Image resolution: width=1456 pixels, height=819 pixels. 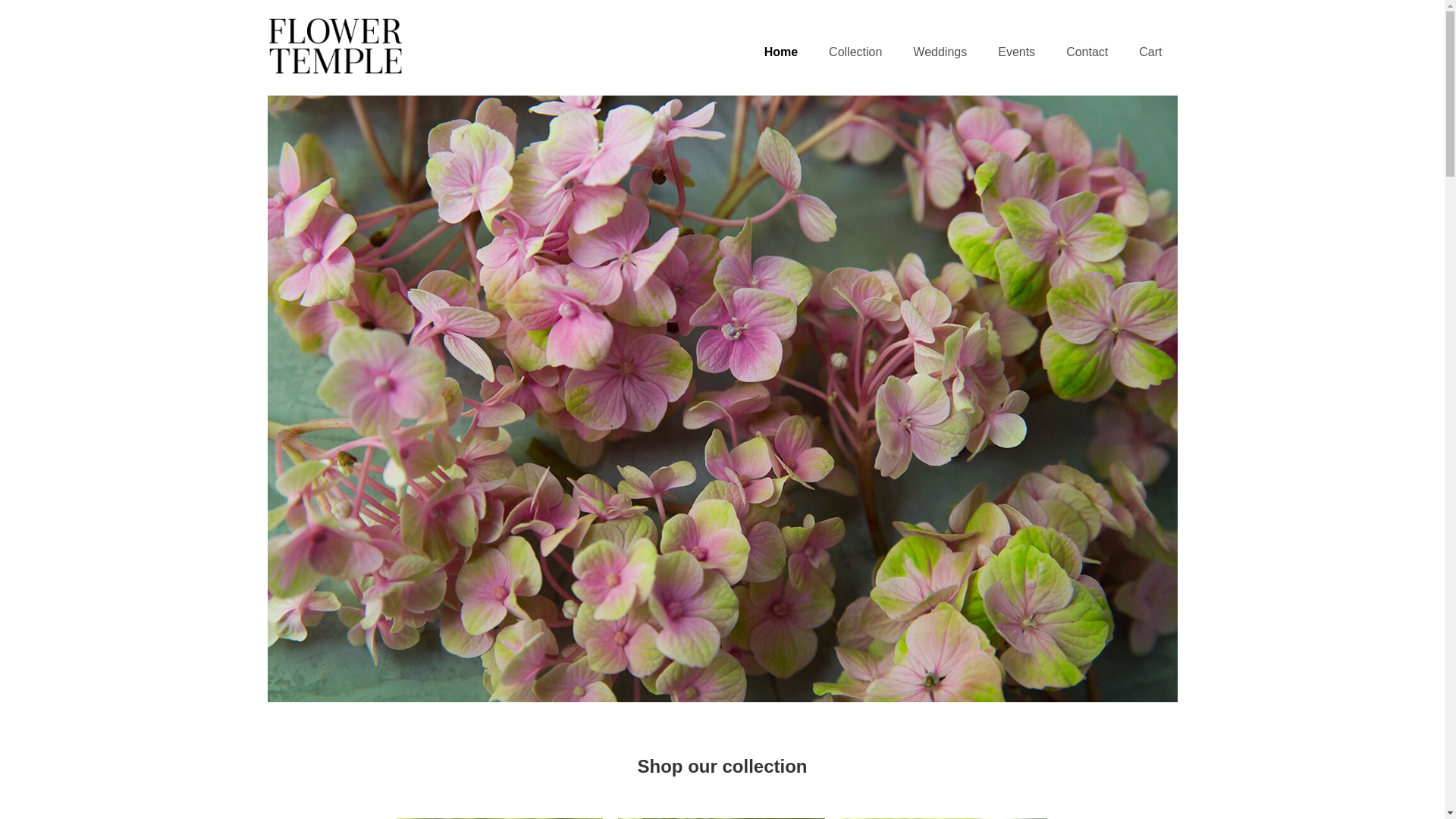 What do you see at coordinates (1086, 52) in the screenshot?
I see `'Contact'` at bounding box center [1086, 52].